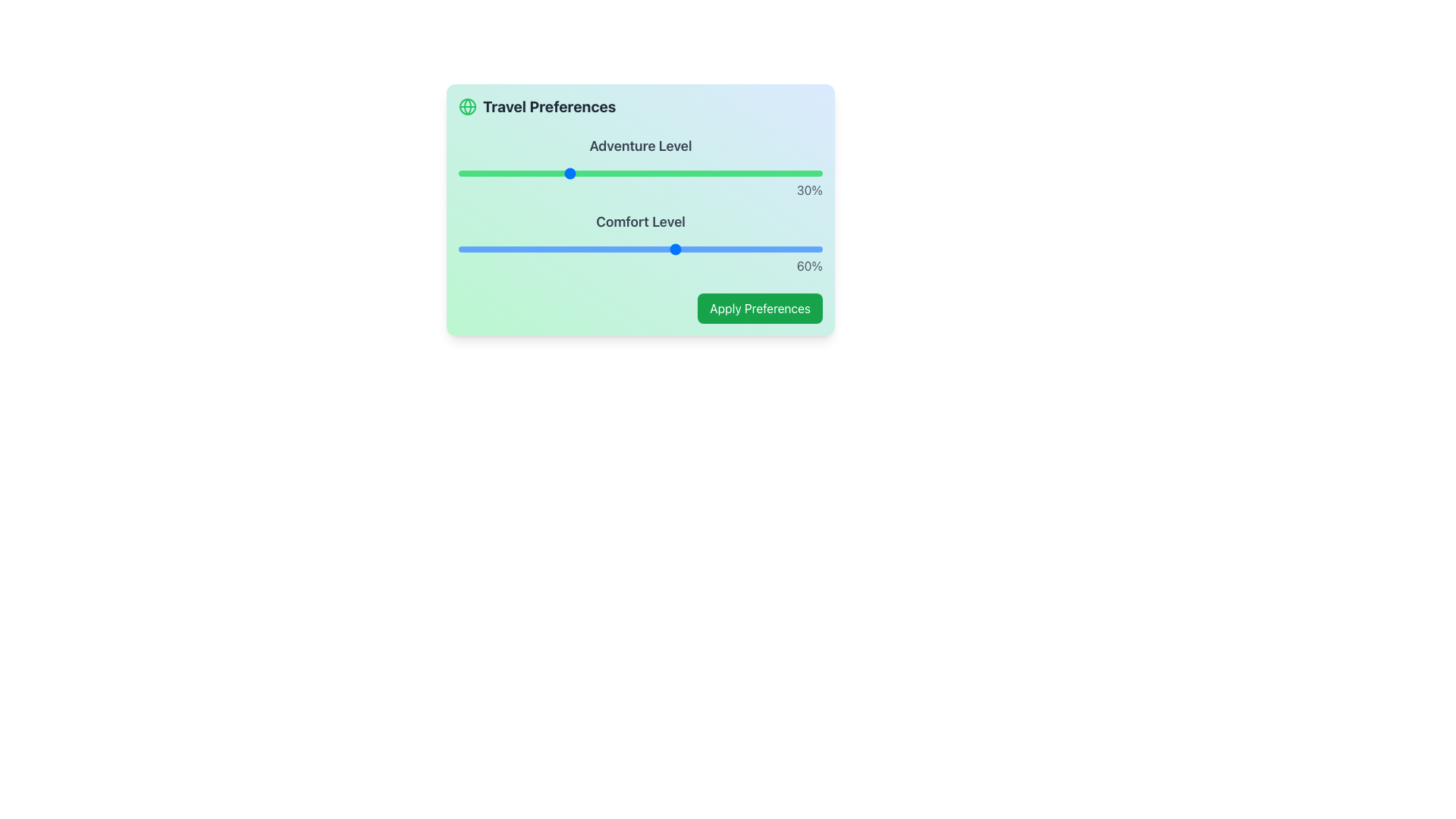  I want to click on the comfort level, so click(472, 248).